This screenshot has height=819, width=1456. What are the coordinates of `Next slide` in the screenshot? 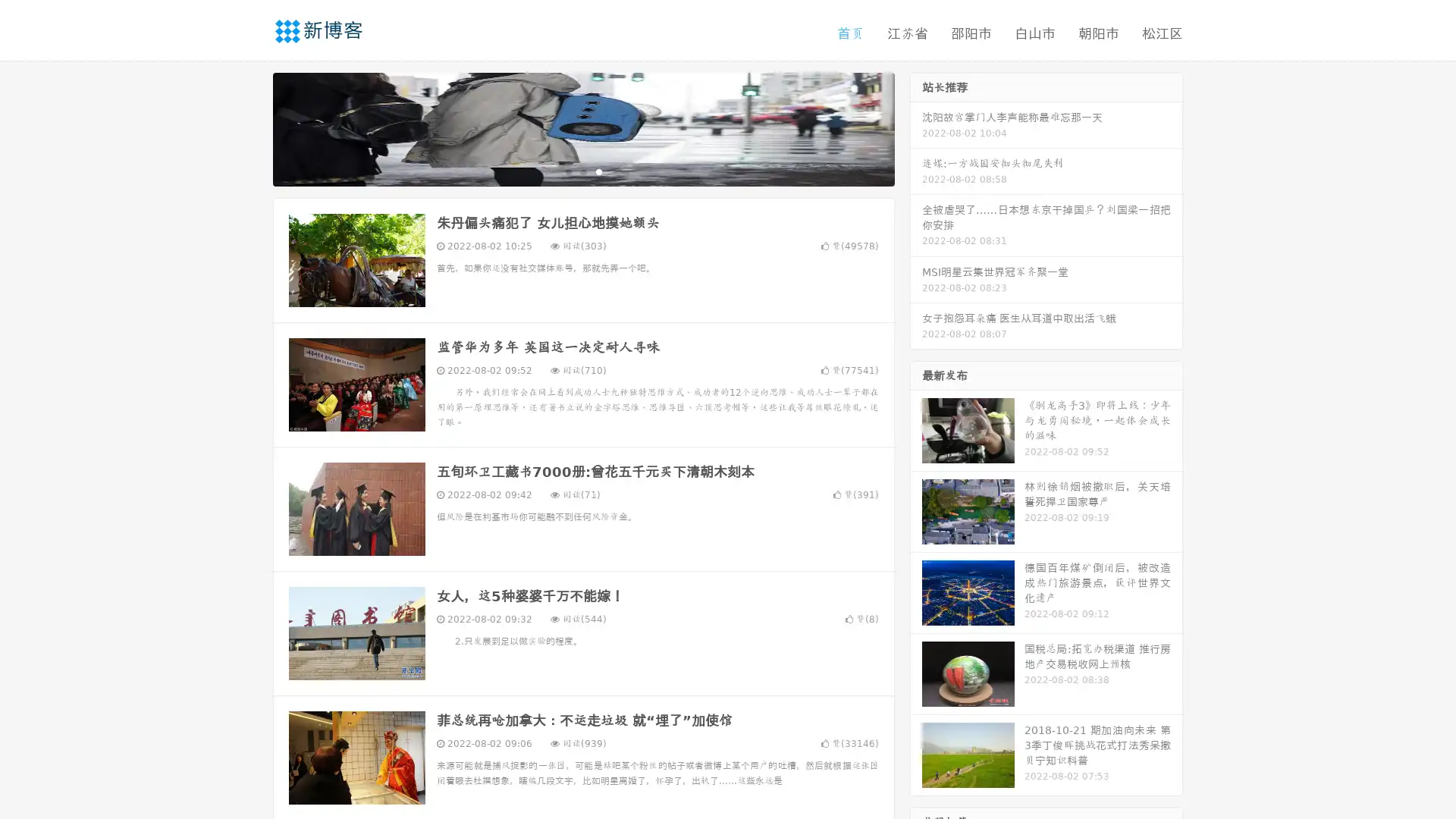 It's located at (916, 127).